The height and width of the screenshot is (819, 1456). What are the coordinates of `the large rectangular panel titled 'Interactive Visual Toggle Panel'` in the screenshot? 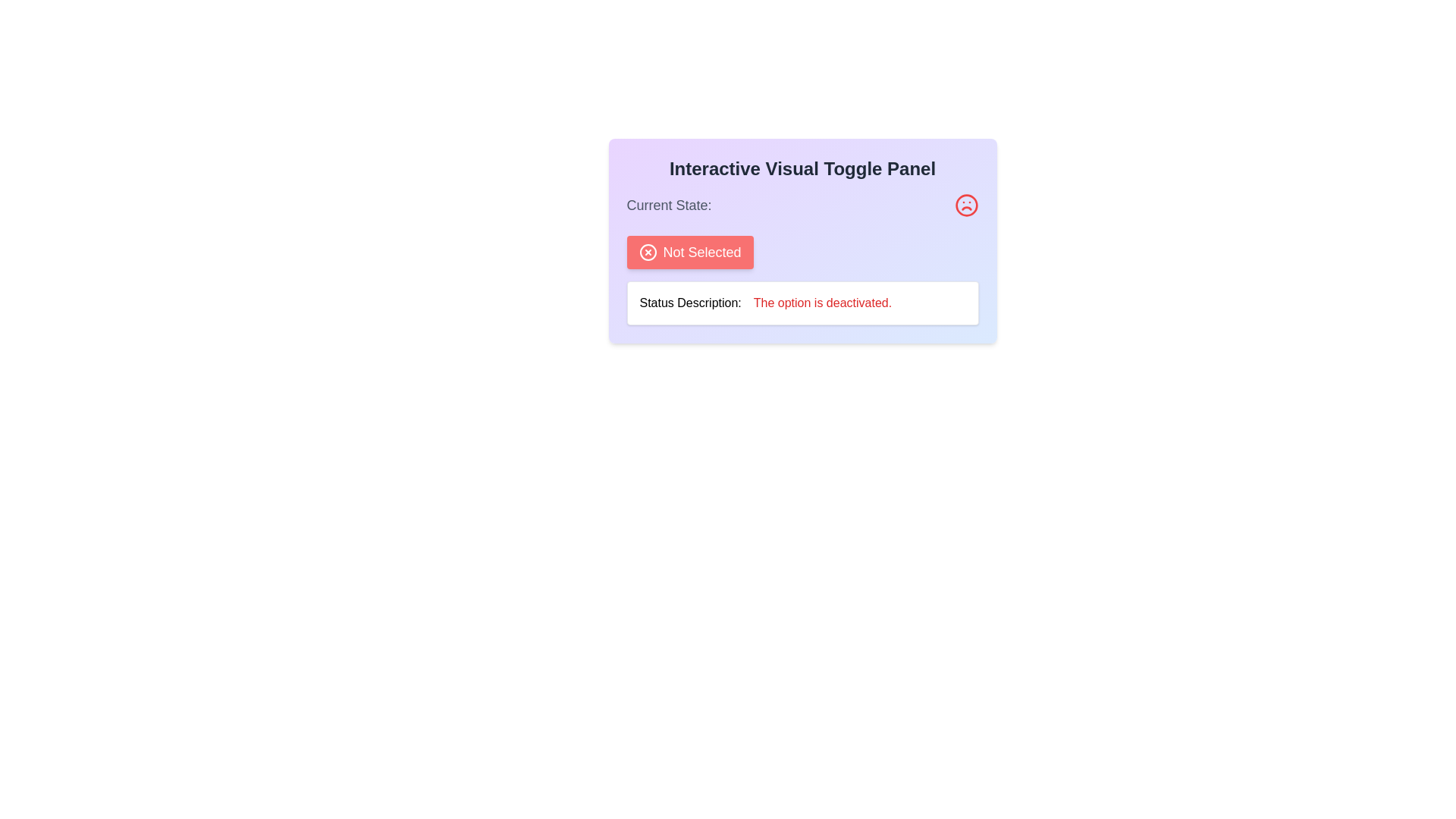 It's located at (802, 240).